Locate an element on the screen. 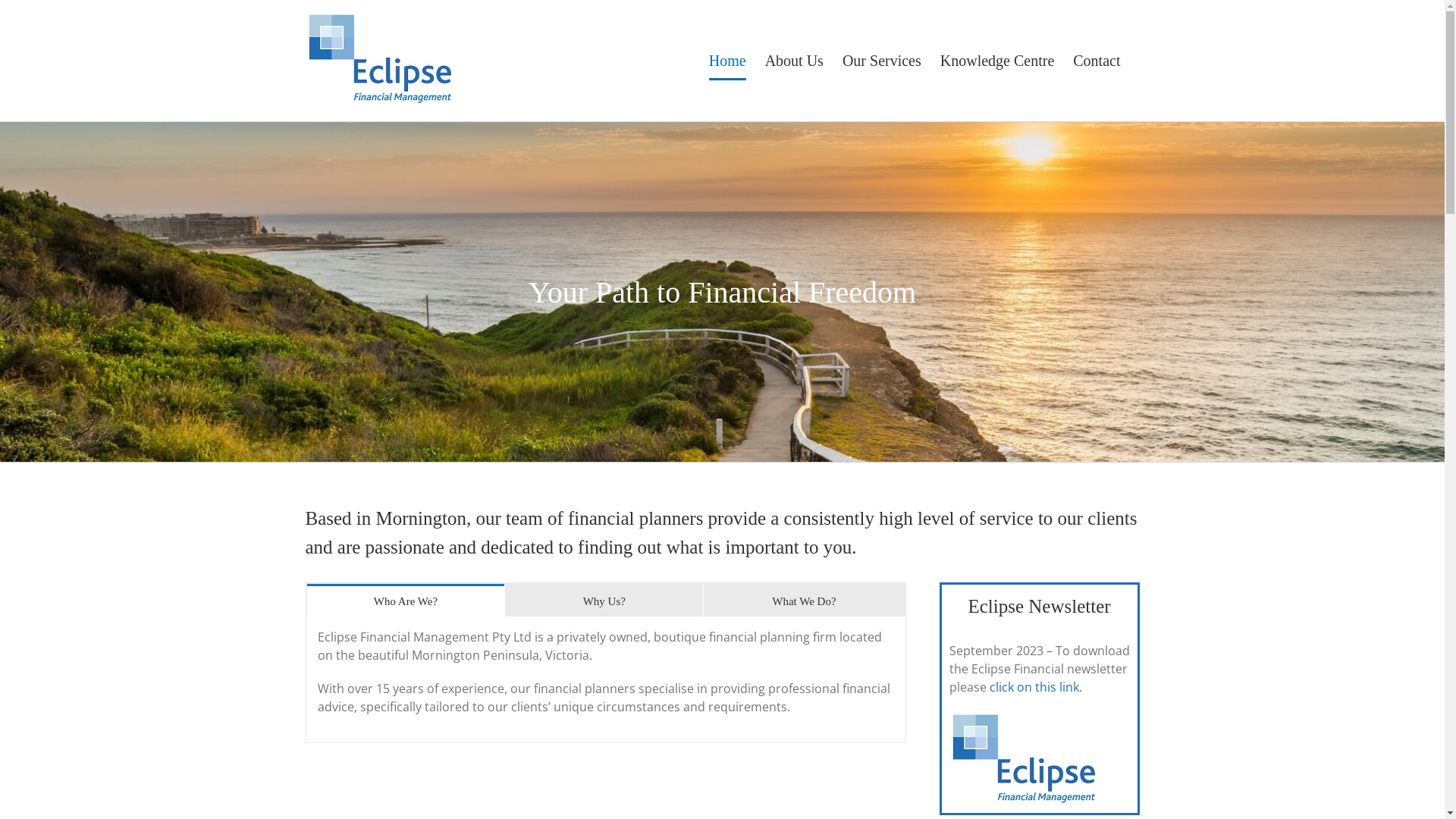 The height and width of the screenshot is (819, 1456). 'Knowledge Centre' is located at coordinates (939, 60).